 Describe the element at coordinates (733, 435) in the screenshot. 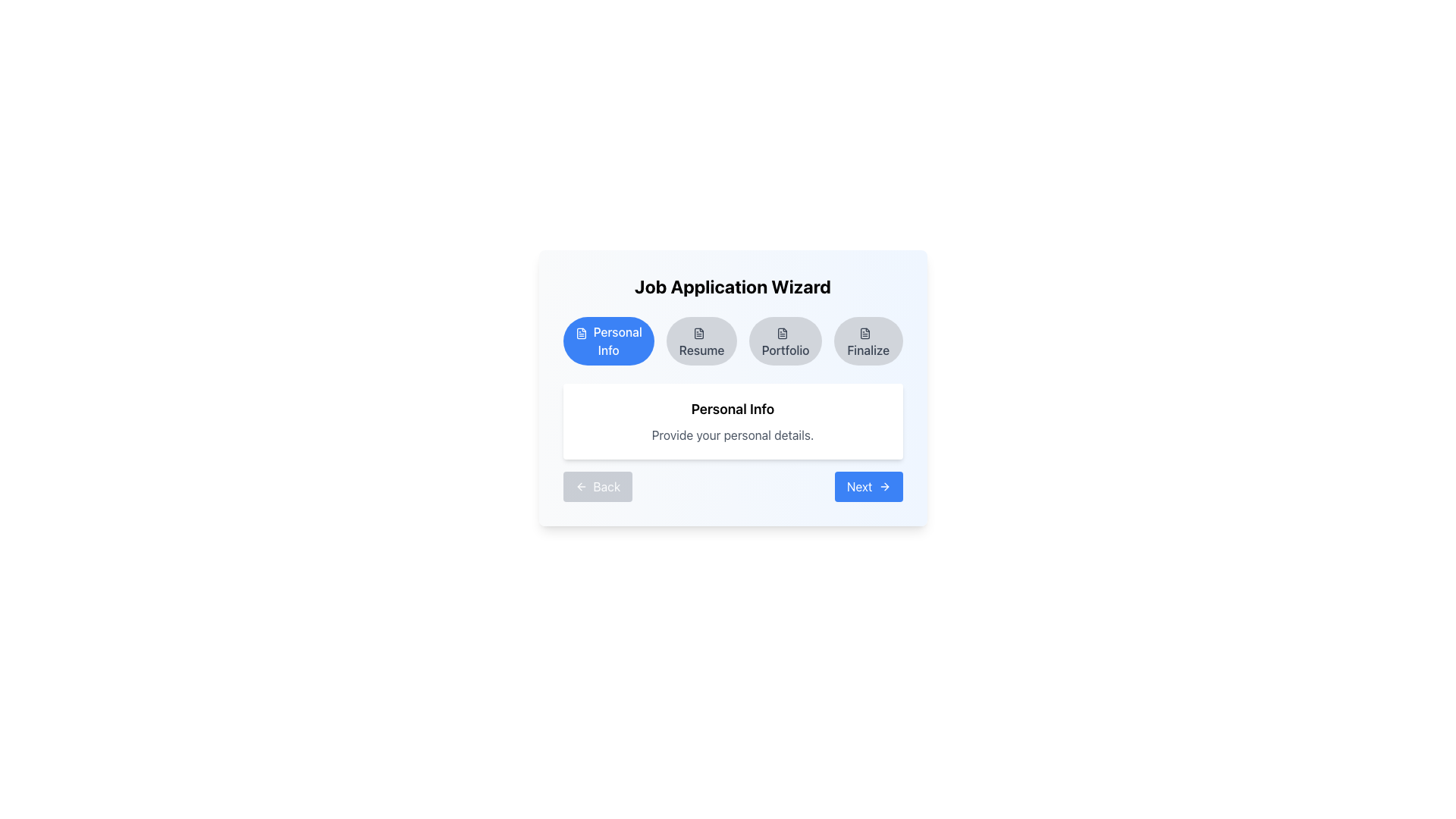

I see `the text element that says 'Provide your personal details.' located within the 'Personal Info' box` at that location.